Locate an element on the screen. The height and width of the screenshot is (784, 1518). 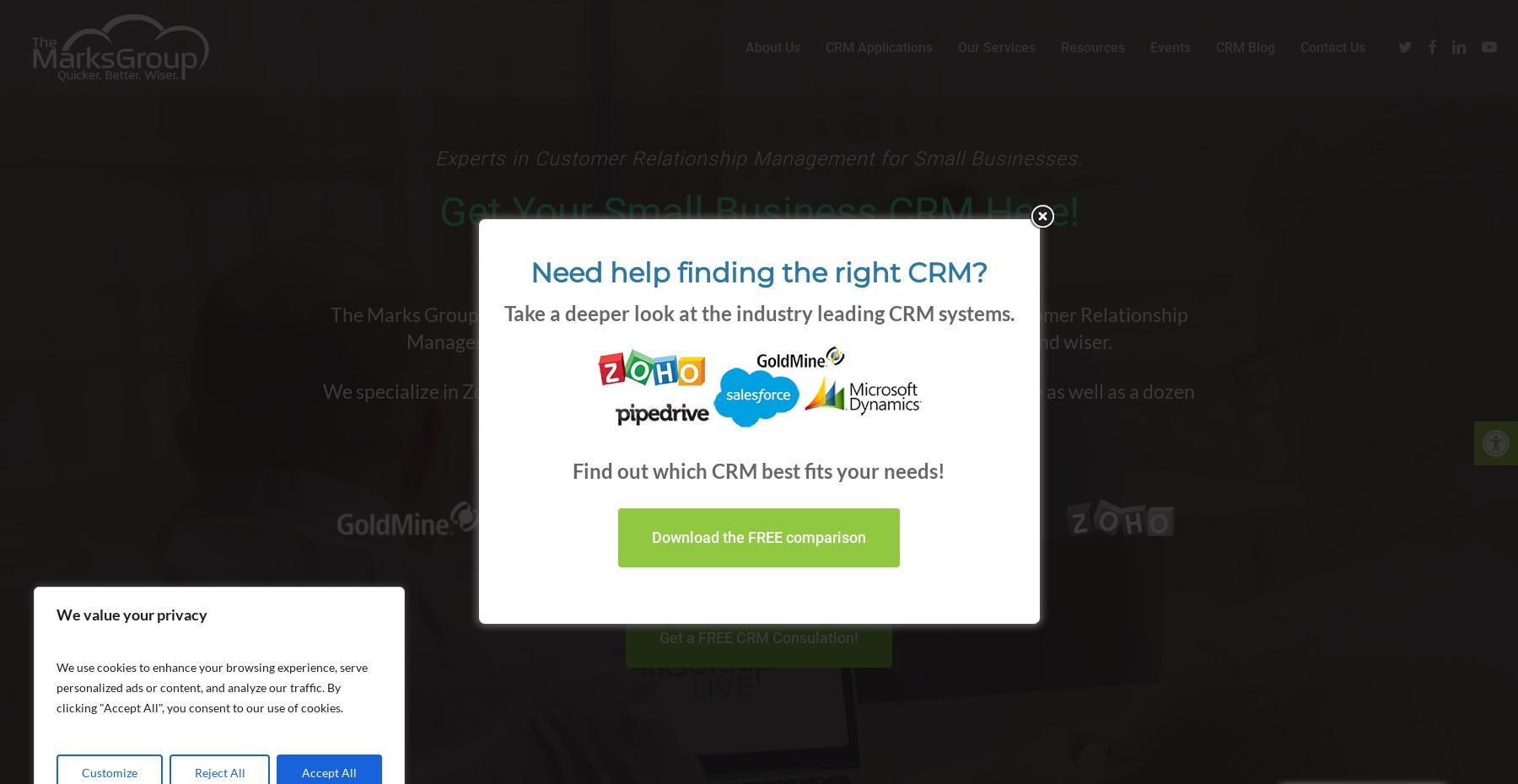
'Reject All' is located at coordinates (218, 772).